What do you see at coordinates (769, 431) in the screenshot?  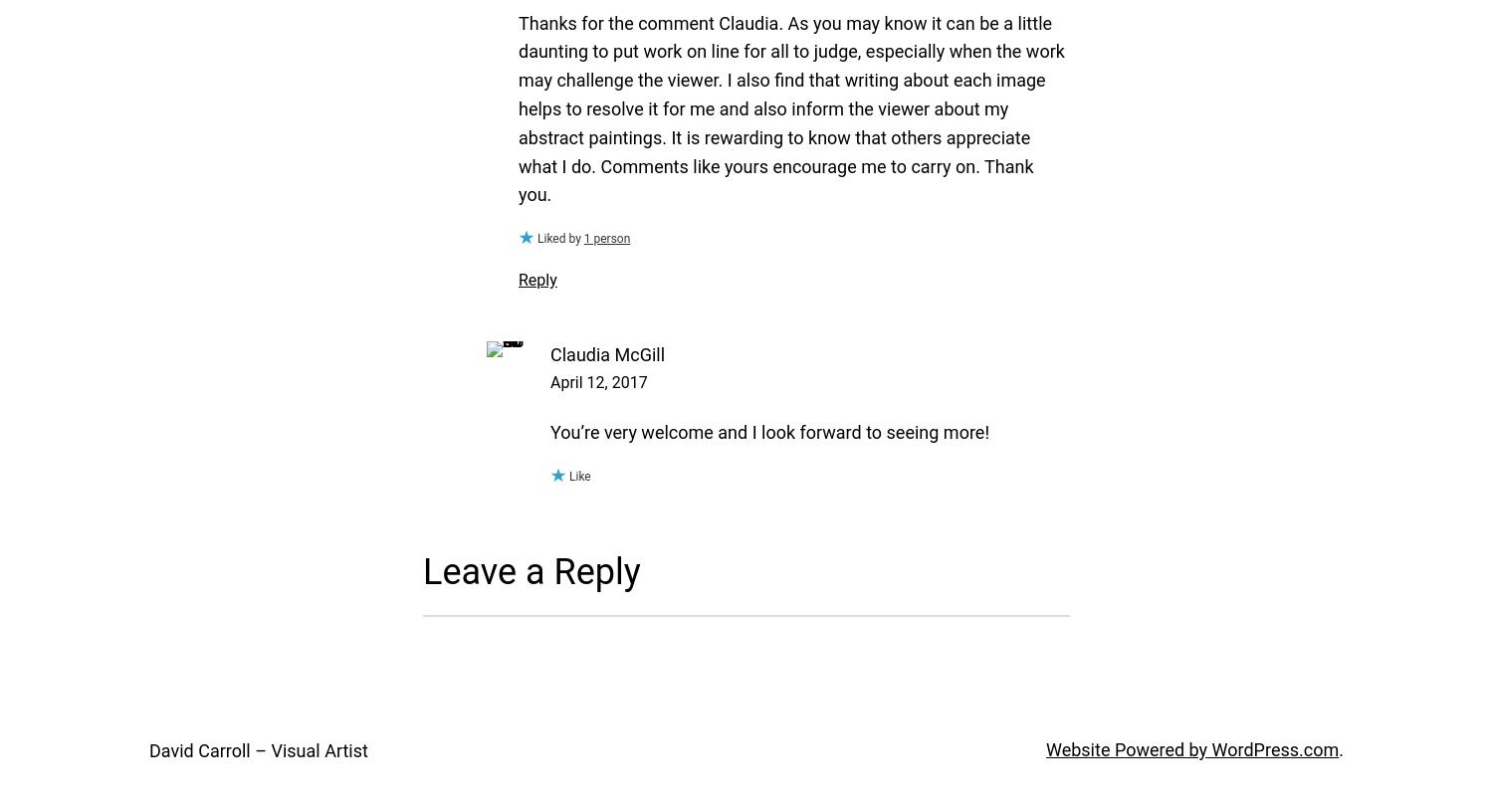 I see `'You’re very welcome and I look forward to seeing more!'` at bounding box center [769, 431].